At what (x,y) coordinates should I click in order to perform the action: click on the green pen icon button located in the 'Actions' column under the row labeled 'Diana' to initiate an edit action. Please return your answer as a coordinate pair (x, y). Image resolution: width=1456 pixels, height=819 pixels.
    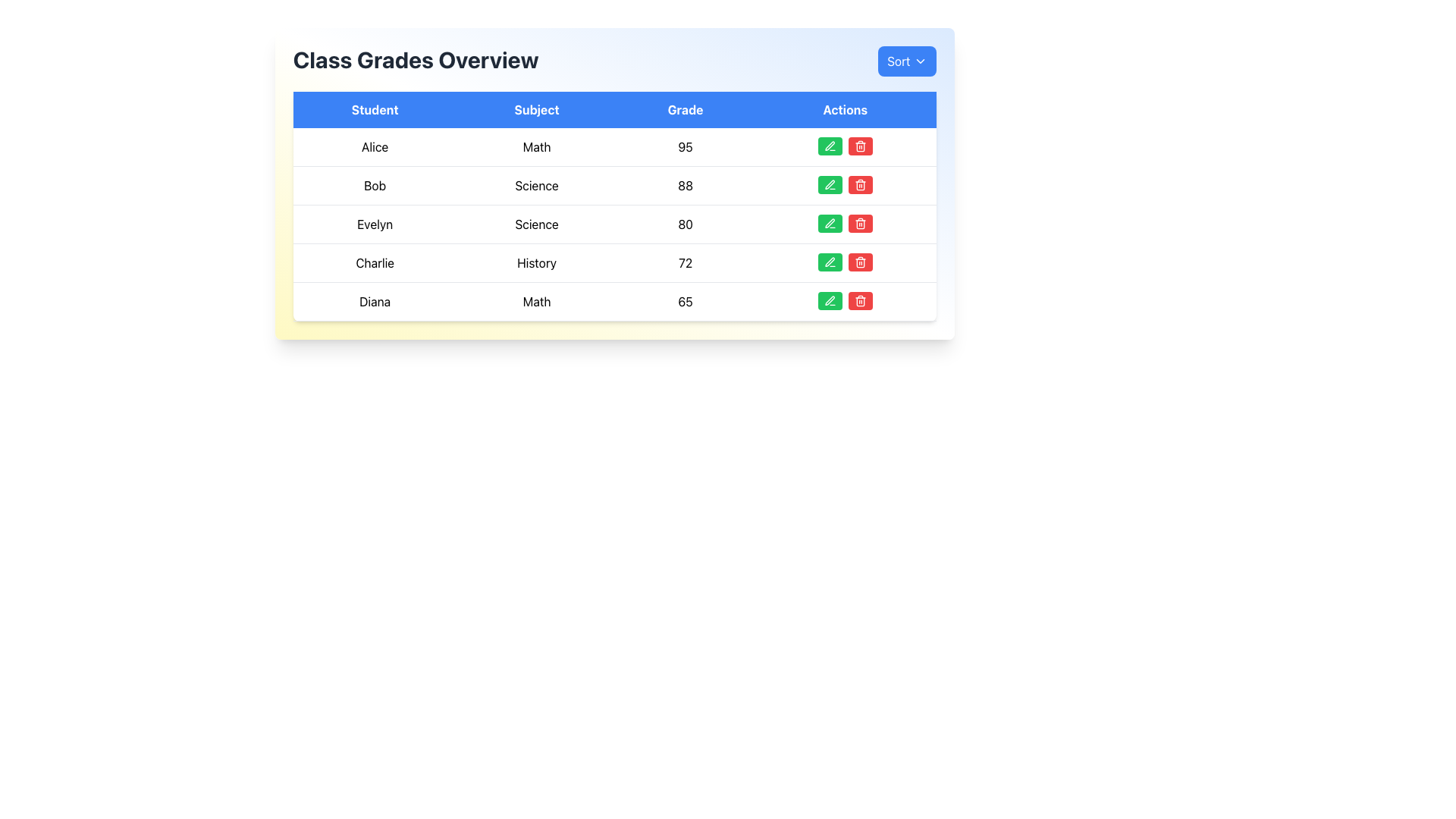
    Looking at the image, I should click on (829, 300).